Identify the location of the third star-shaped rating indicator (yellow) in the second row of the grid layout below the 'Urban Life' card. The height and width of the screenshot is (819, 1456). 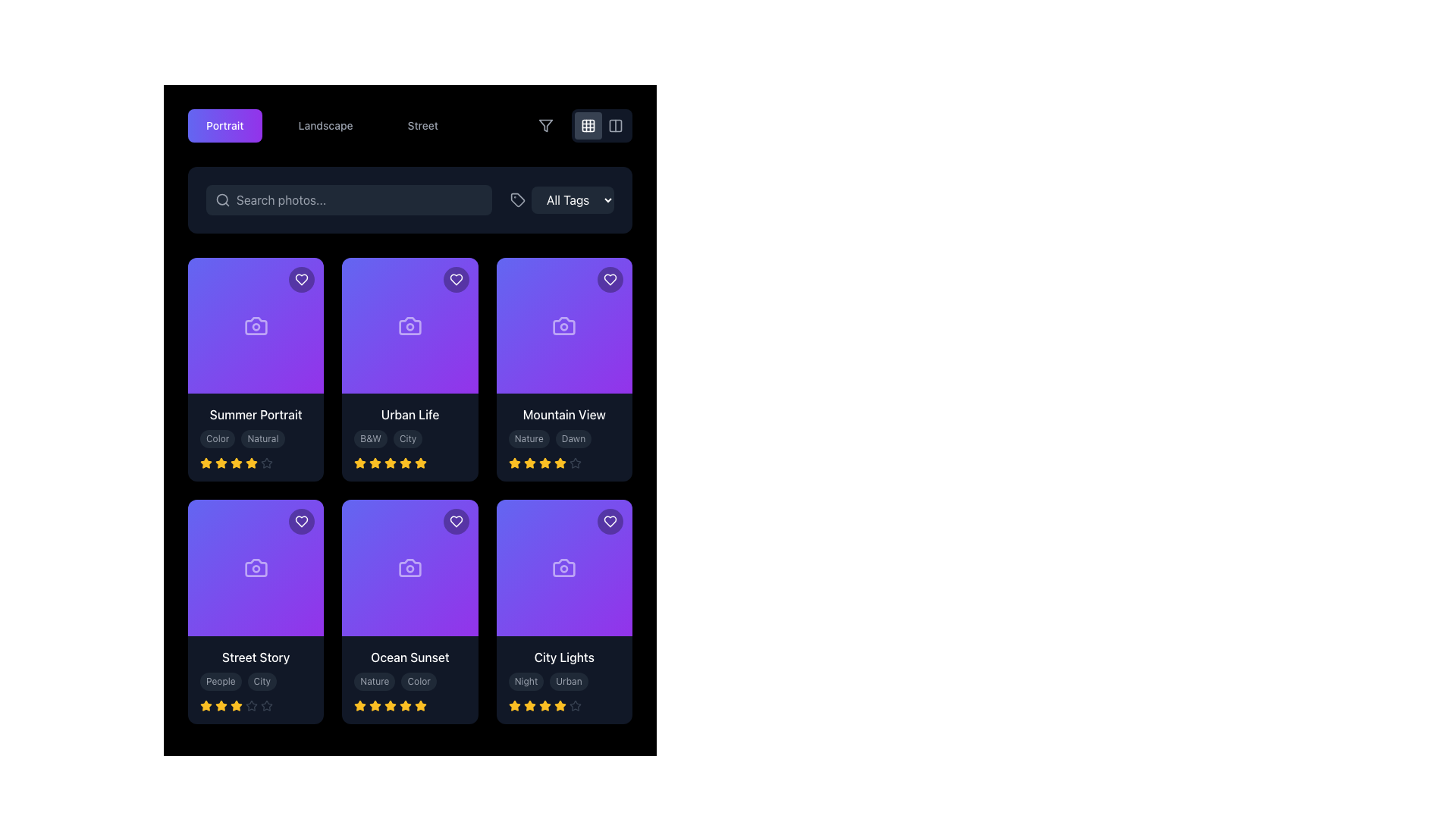
(359, 463).